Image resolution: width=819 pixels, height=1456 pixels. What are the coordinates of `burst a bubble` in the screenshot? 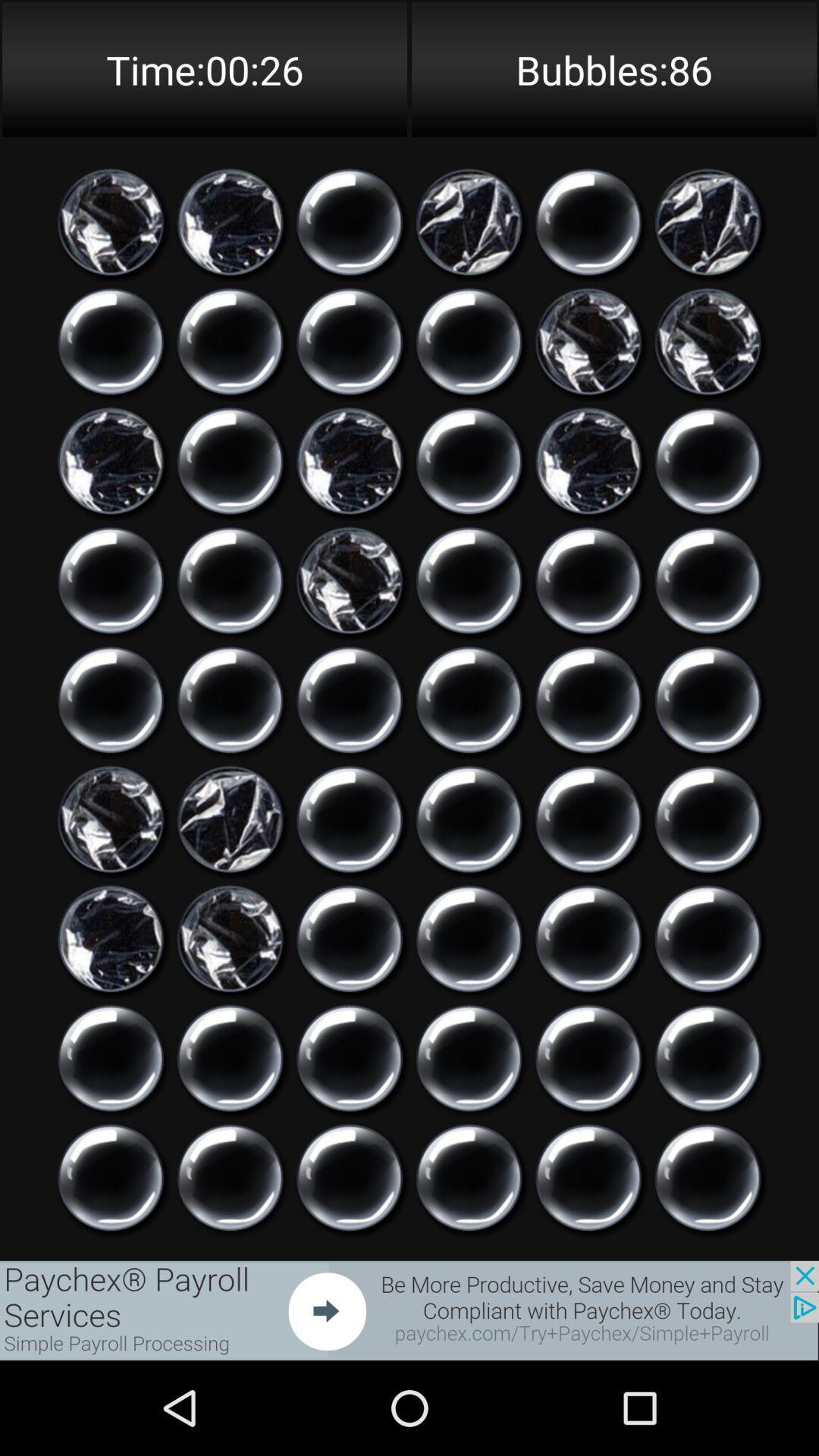 It's located at (230, 1057).